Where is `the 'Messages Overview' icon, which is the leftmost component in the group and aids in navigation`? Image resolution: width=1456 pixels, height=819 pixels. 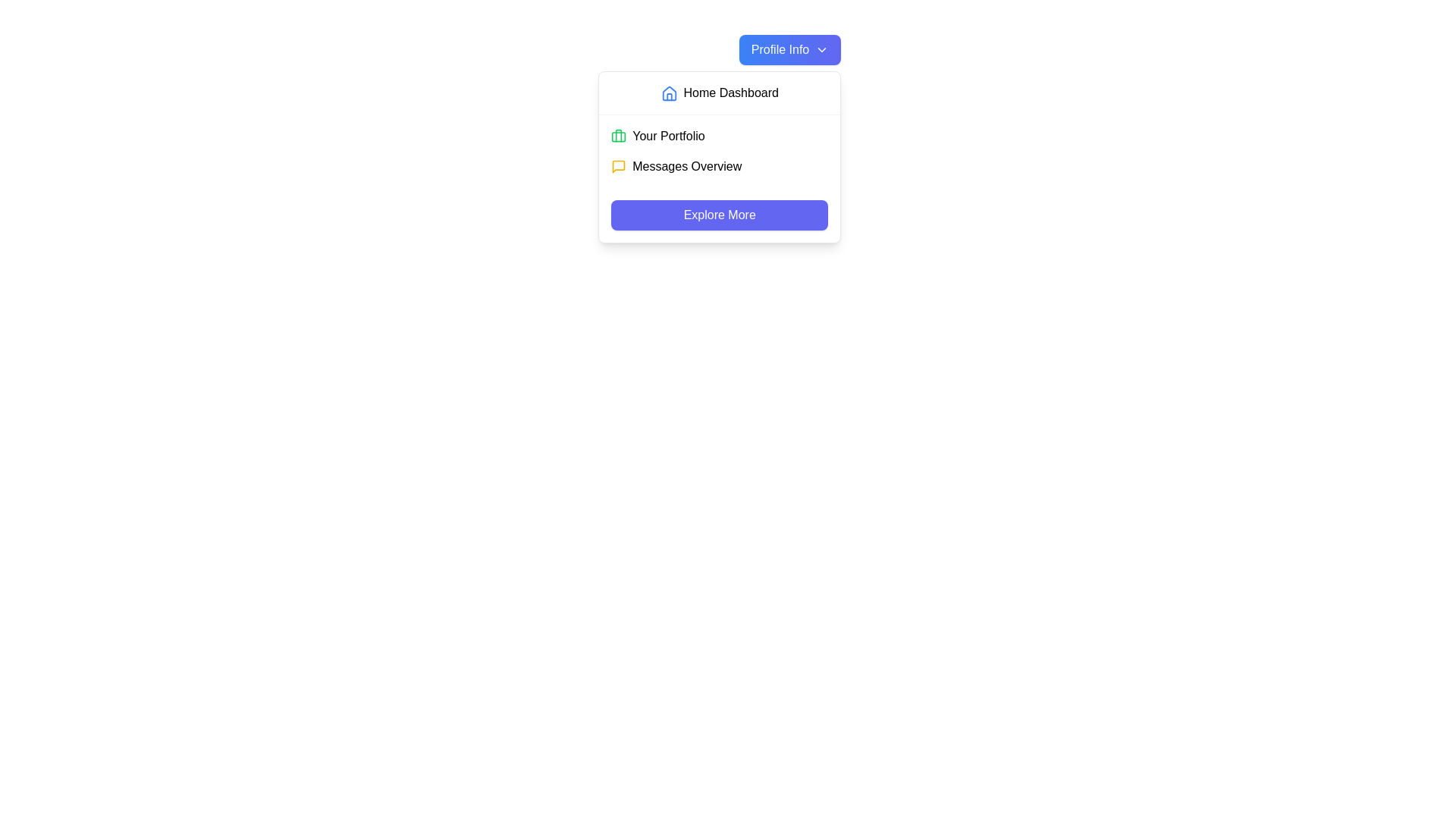 the 'Messages Overview' icon, which is the leftmost component in the group and aids in navigation is located at coordinates (619, 166).